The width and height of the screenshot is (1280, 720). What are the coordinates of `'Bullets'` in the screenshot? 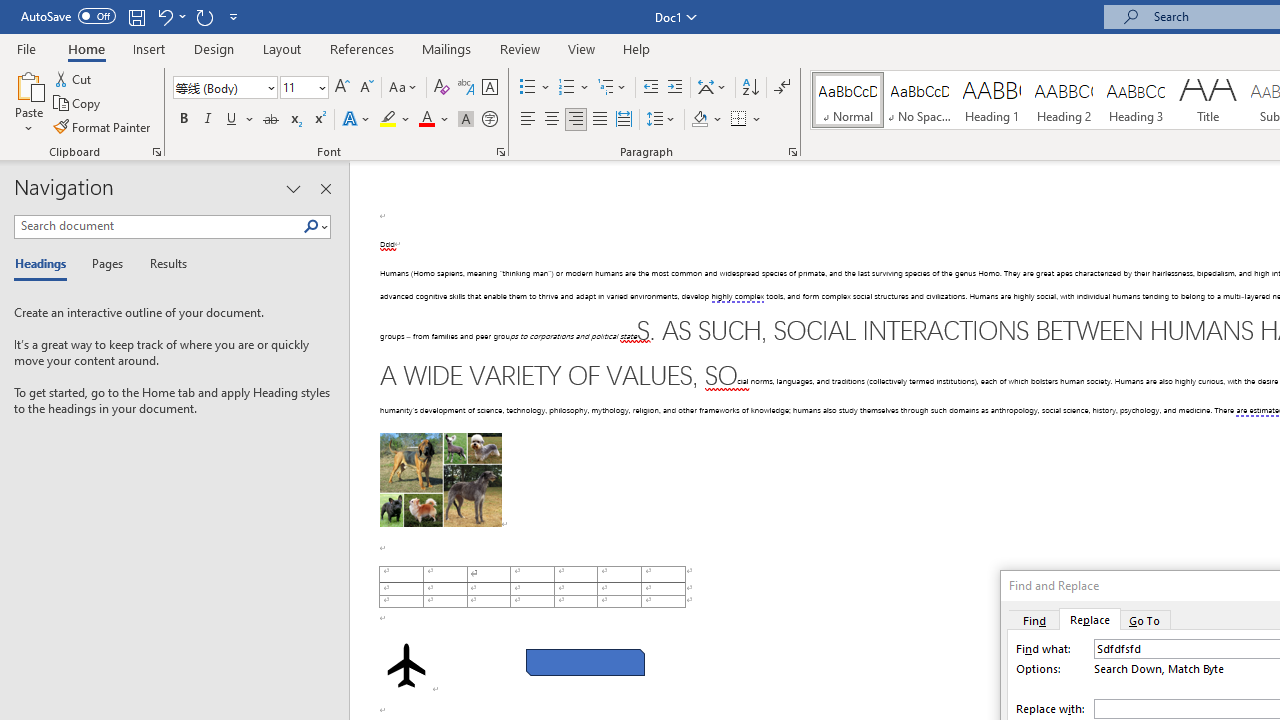 It's located at (535, 86).